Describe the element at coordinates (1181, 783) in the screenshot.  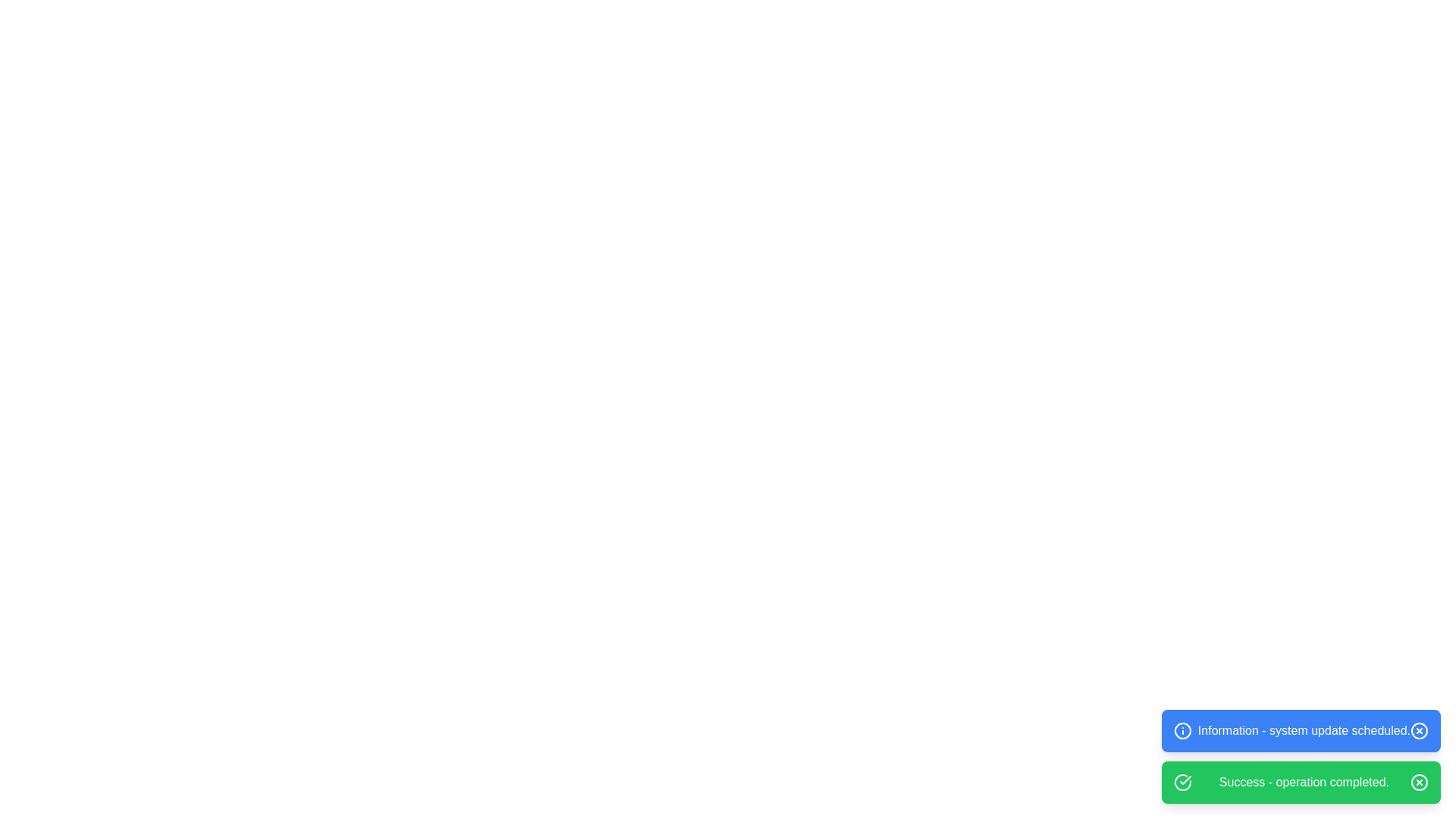
I see `the green circular decorative icon with a white checkmark, indicating a success state, located in the green notification bar below the blue notification bar` at that location.